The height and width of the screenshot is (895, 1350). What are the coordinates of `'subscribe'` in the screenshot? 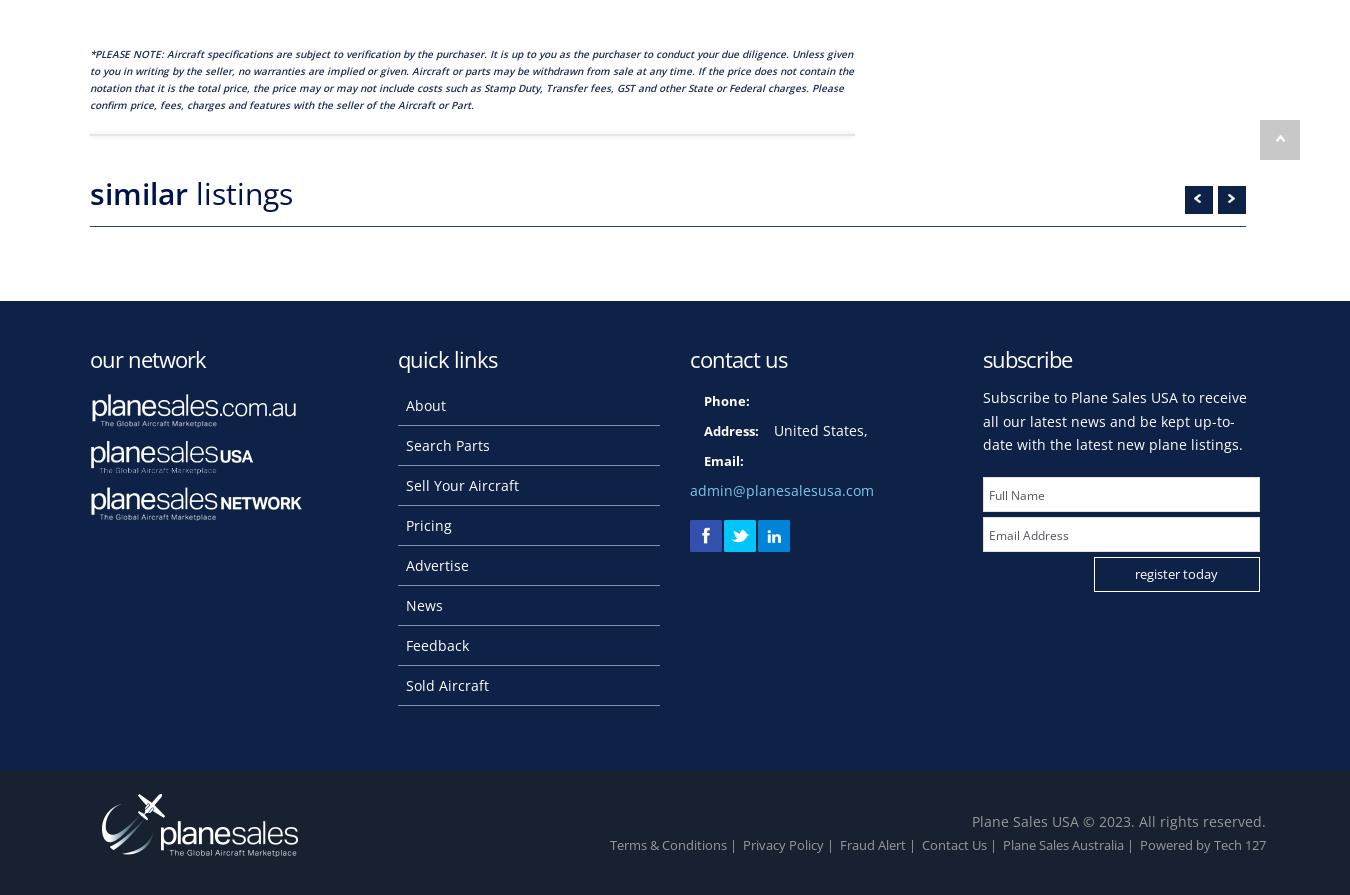 It's located at (1026, 358).